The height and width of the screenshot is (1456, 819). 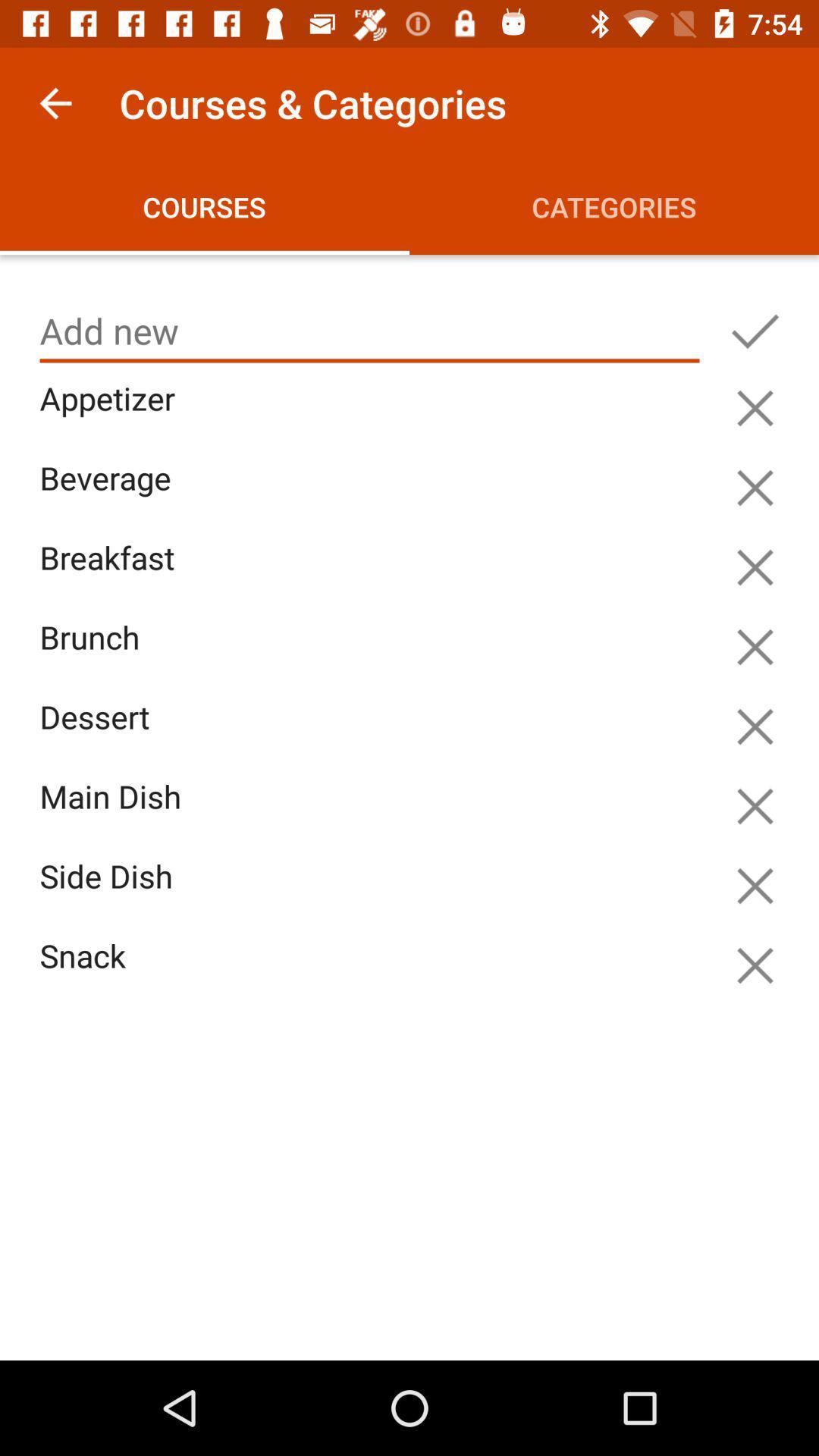 I want to click on remove course from list, so click(x=755, y=886).